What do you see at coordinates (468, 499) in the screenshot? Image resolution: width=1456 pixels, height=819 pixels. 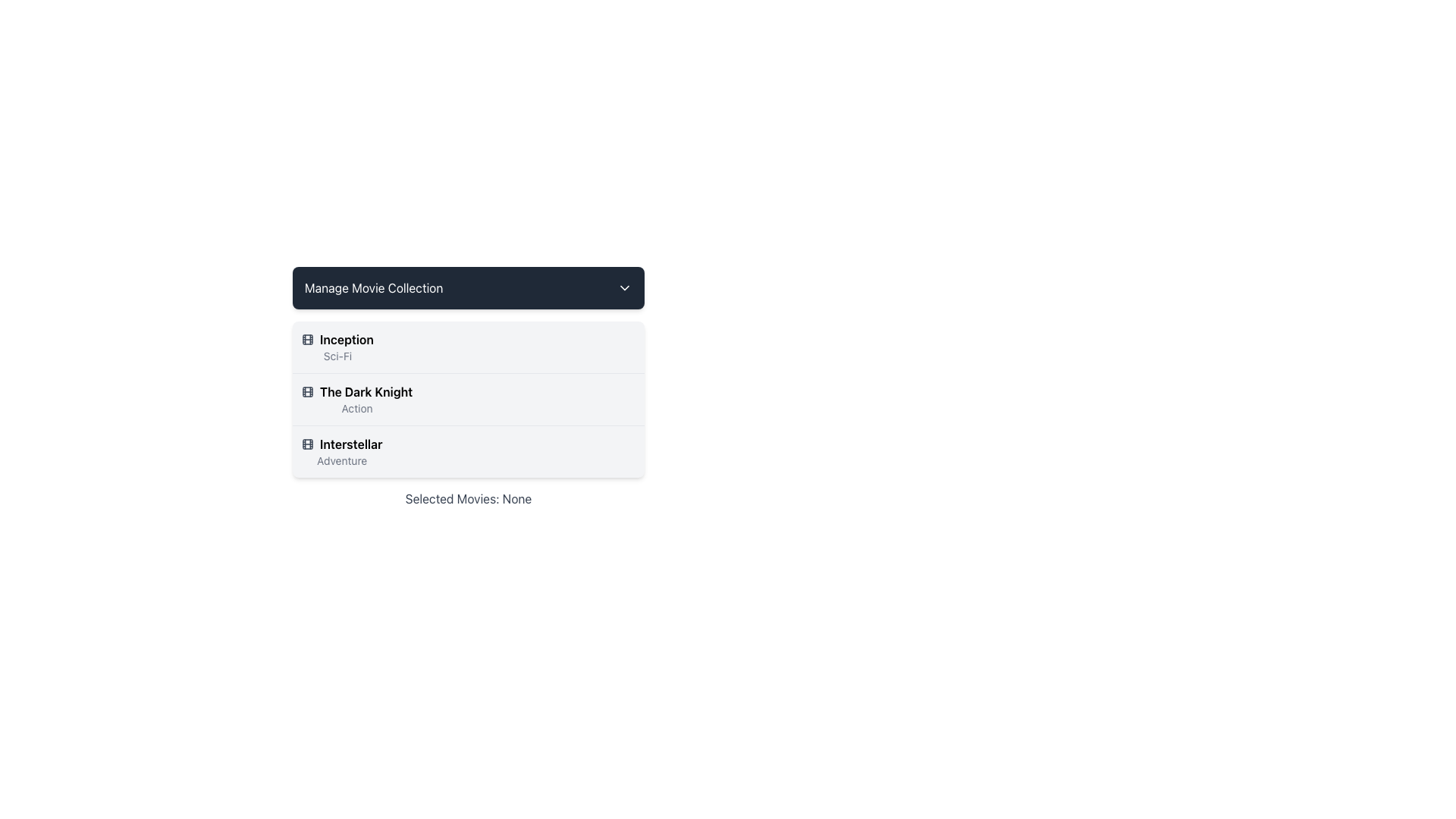 I see `the text label displaying 'Selected Movies: None' located beneath the movie list` at bounding box center [468, 499].